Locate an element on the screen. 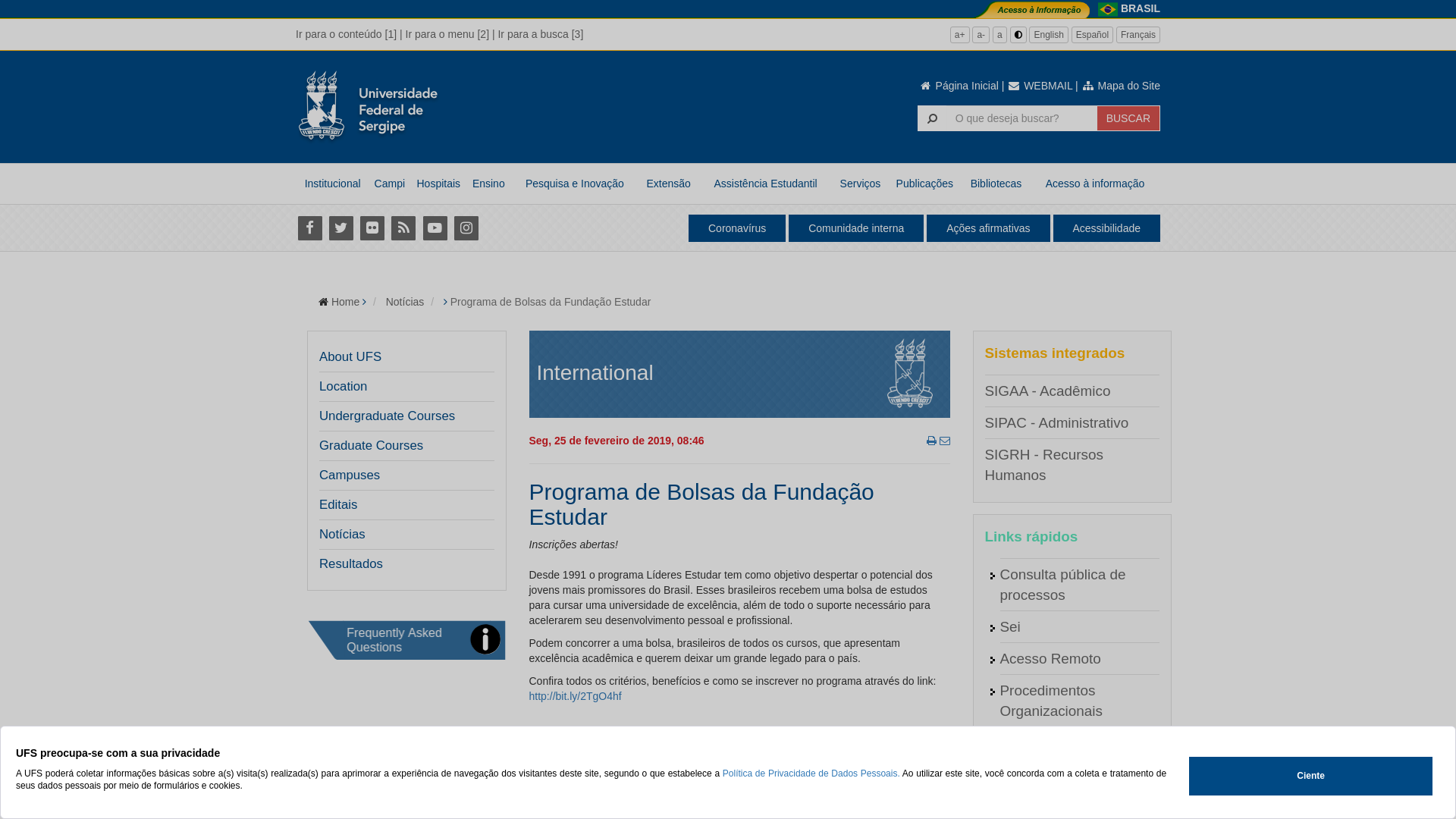  'SIPAC - Administrativo' is located at coordinates (1055, 422).